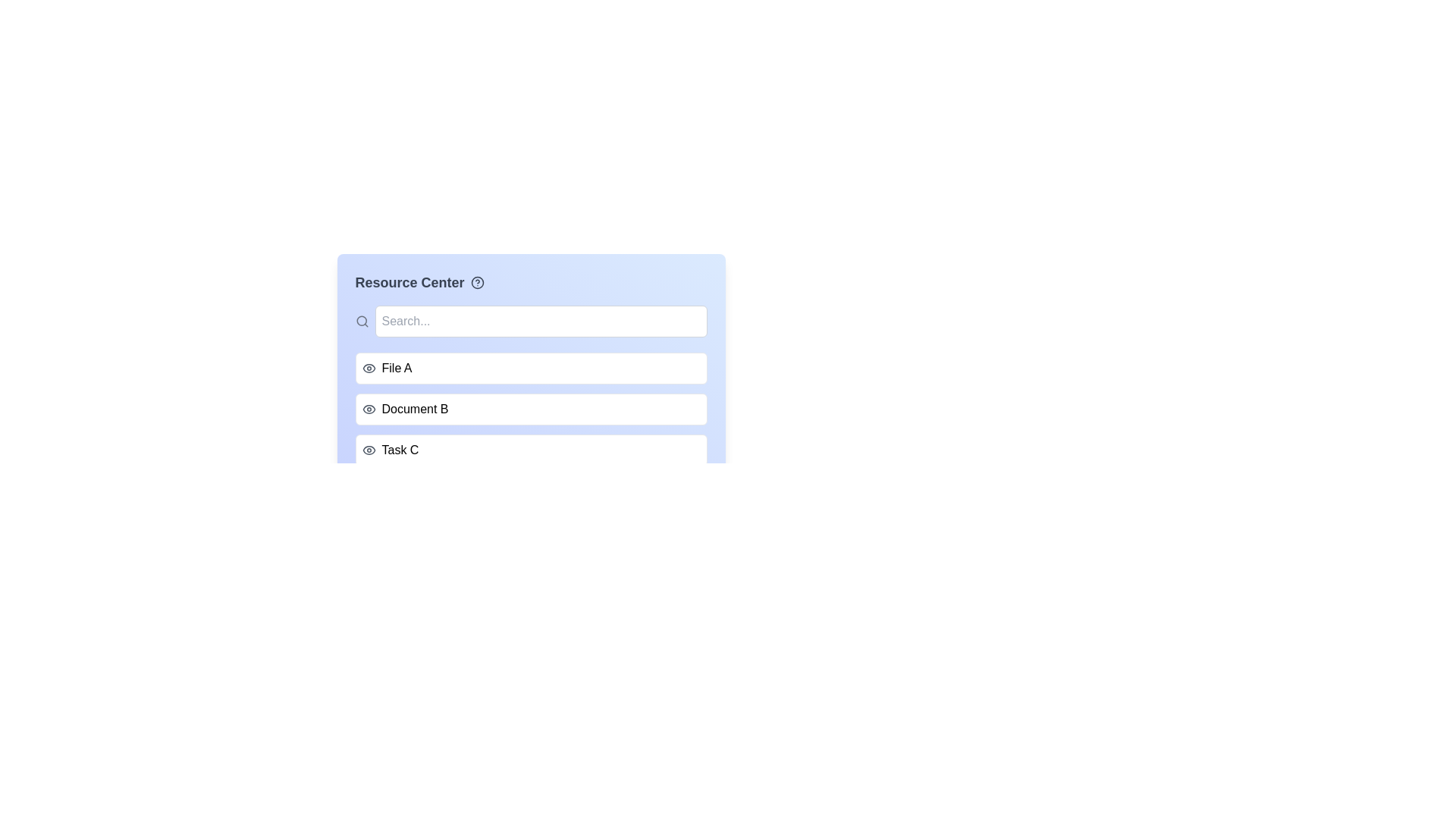 This screenshot has width=1456, height=819. I want to click on the eye icon representing the view feature next to 'Document B', so click(369, 409).